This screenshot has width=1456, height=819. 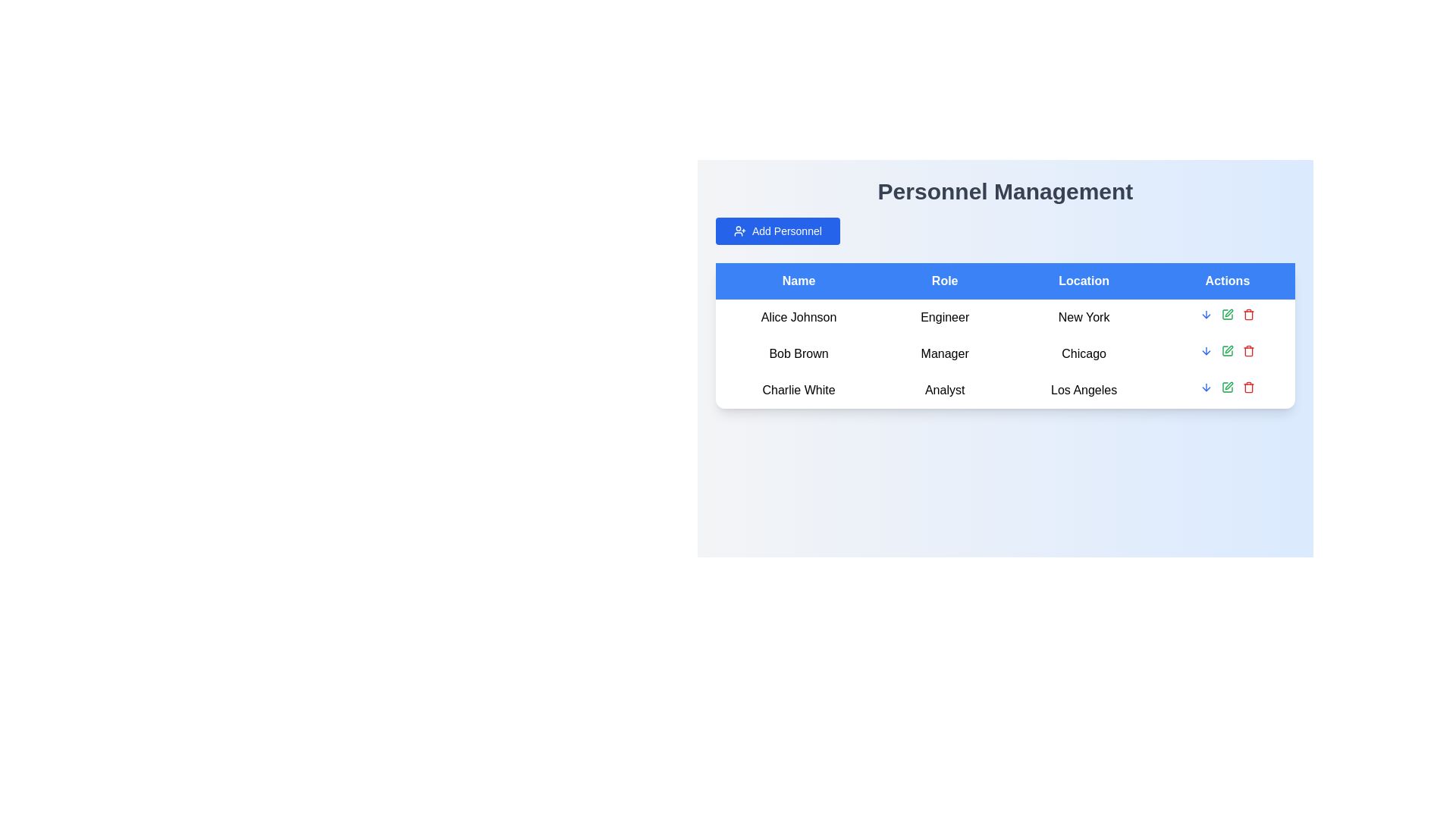 I want to click on the edit icon, so click(x=1227, y=350).